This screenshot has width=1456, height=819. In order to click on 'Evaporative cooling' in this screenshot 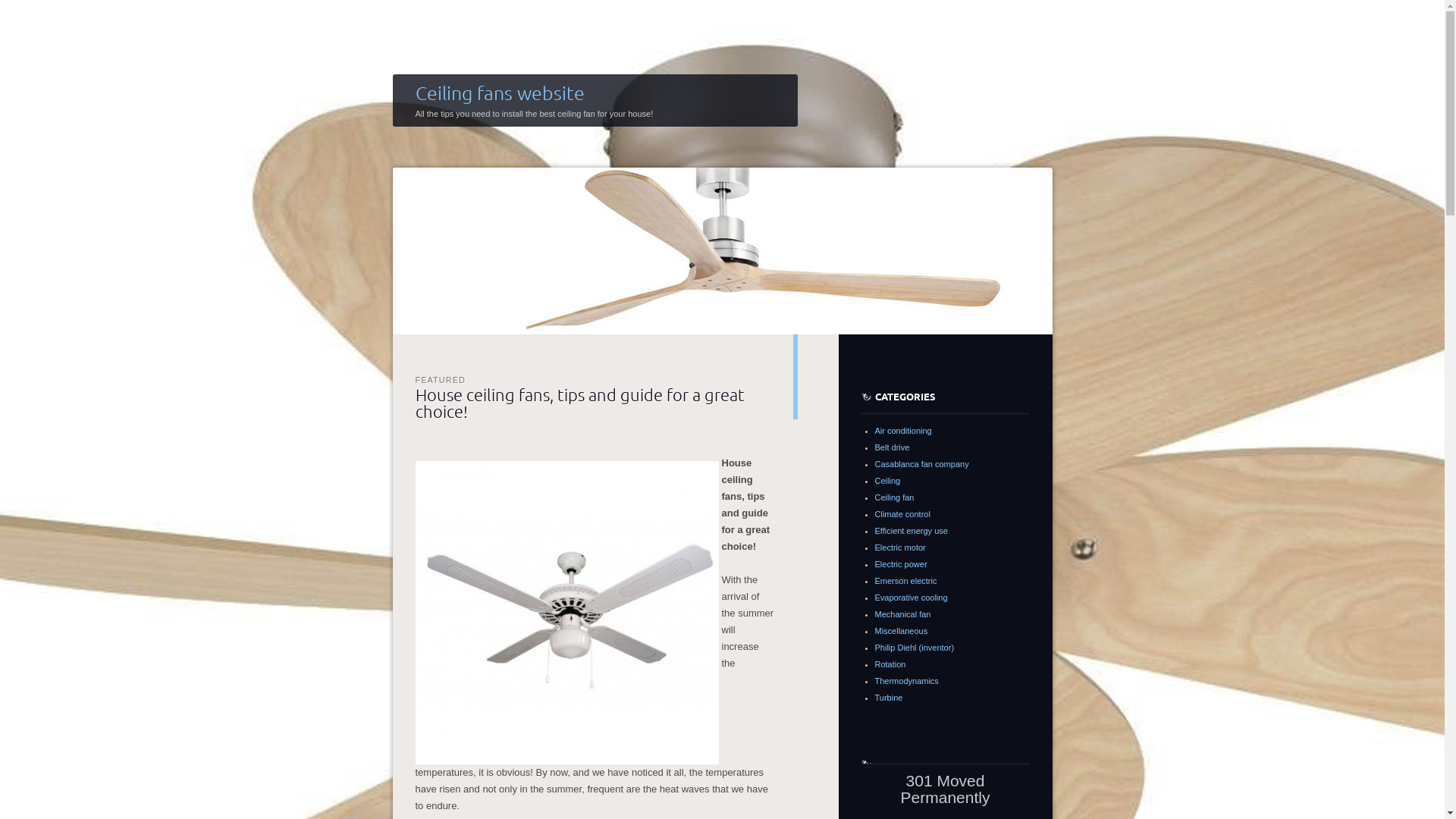, I will do `click(874, 596)`.